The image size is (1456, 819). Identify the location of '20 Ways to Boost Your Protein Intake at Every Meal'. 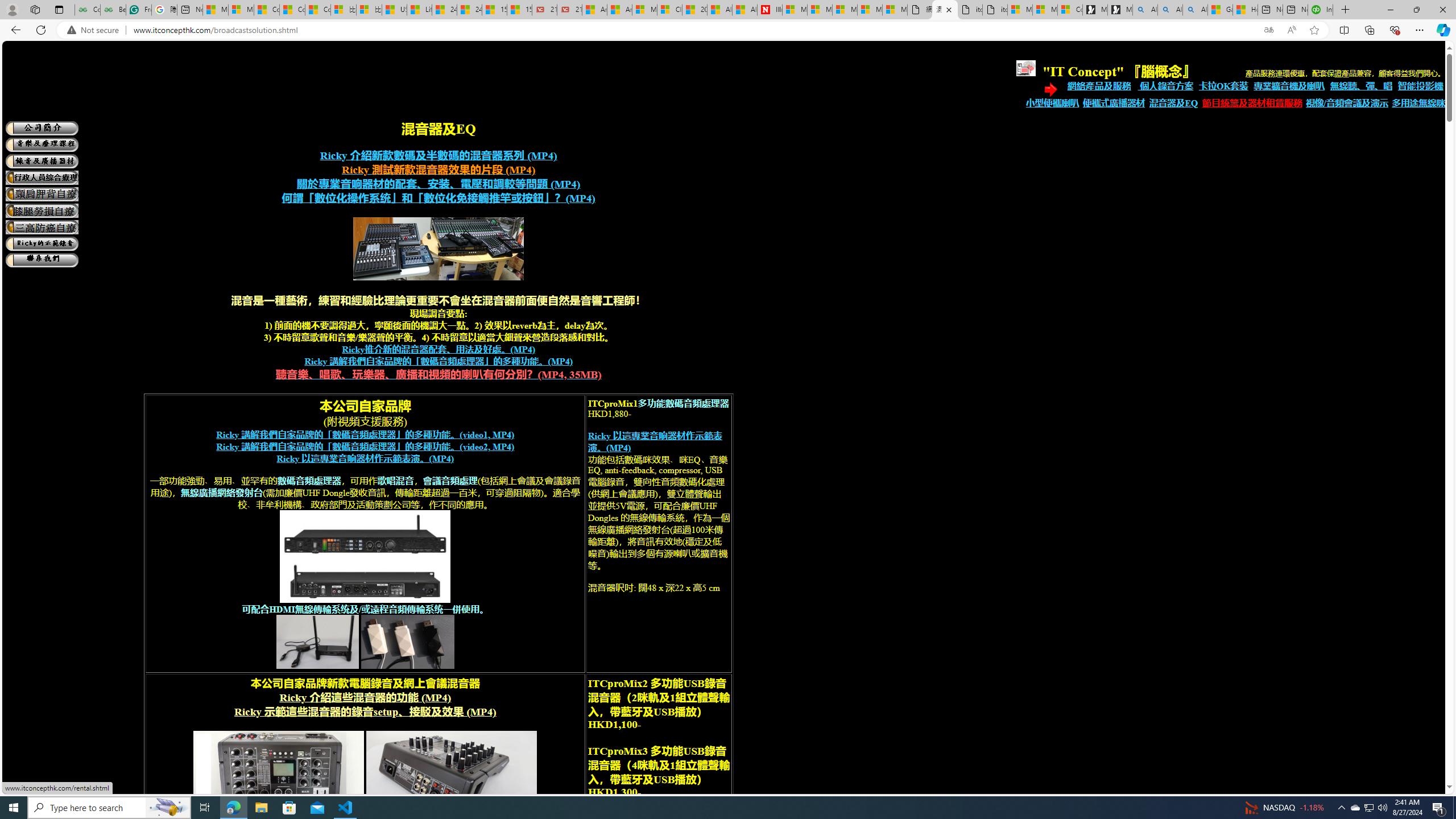
(694, 9).